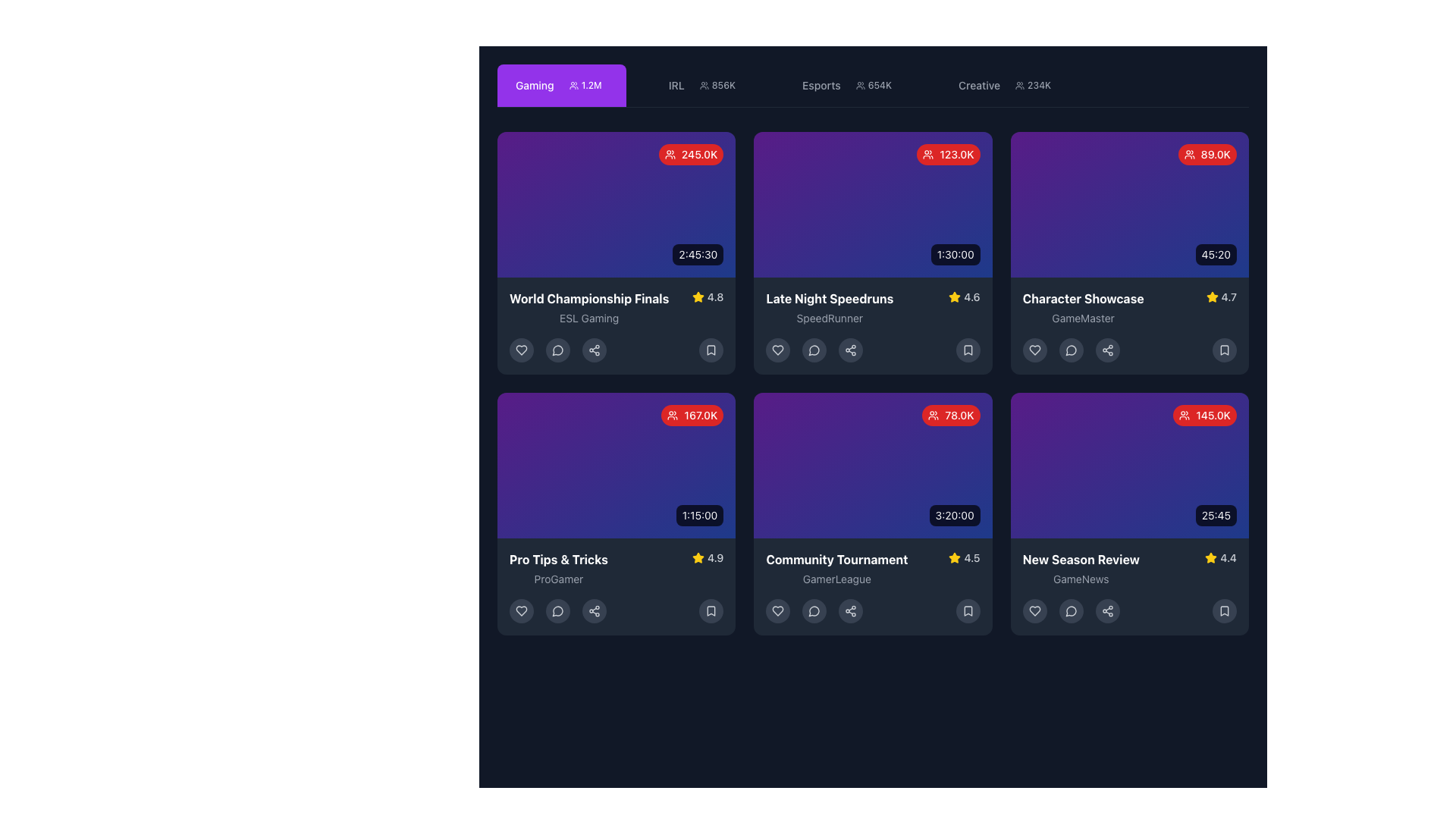  Describe the element at coordinates (585, 85) in the screenshot. I see `the Informative badge displaying '1.2M' next to the 'Gaming' label in the top navigation bar` at that location.